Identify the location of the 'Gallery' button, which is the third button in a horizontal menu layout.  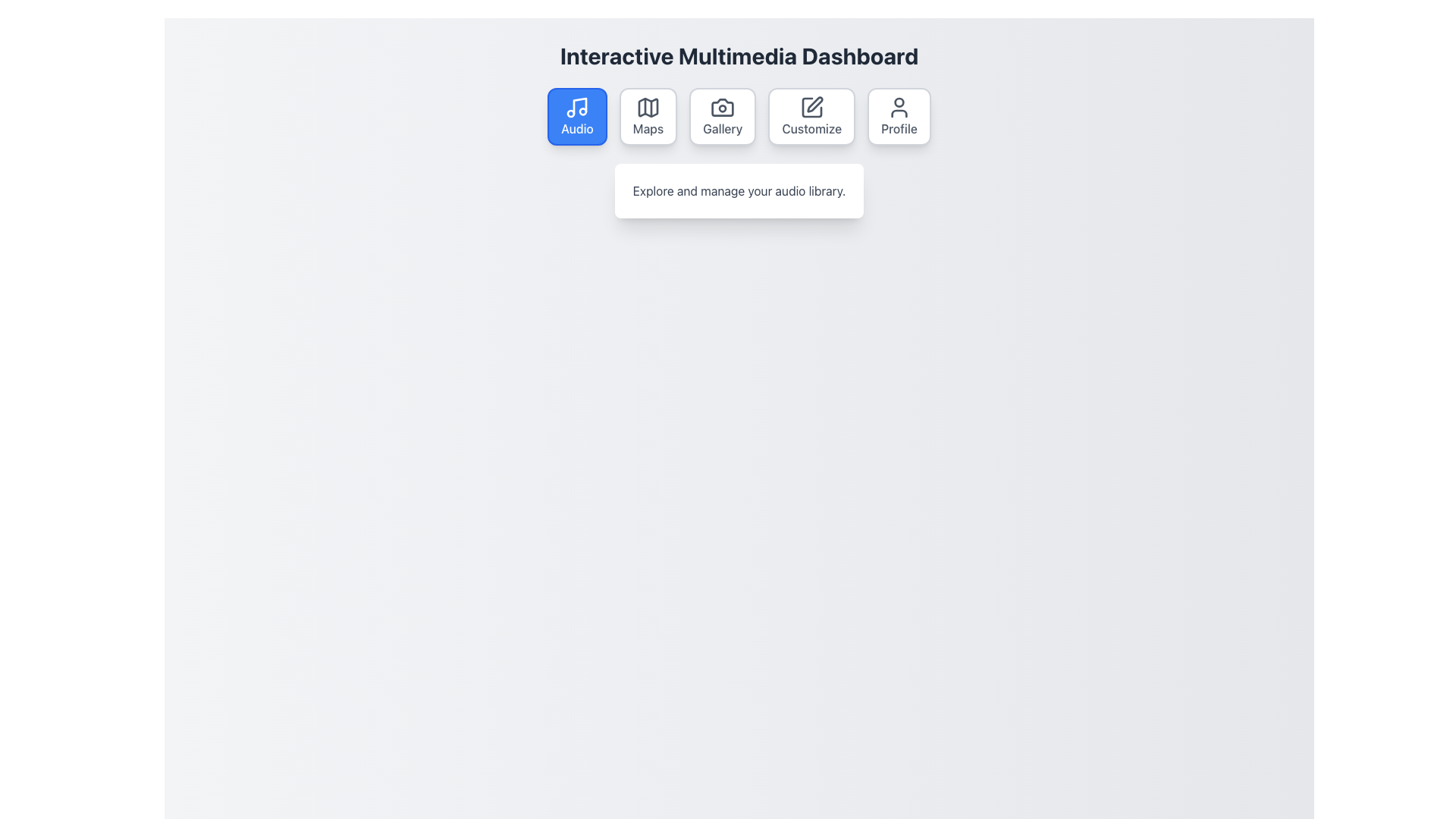
(739, 116).